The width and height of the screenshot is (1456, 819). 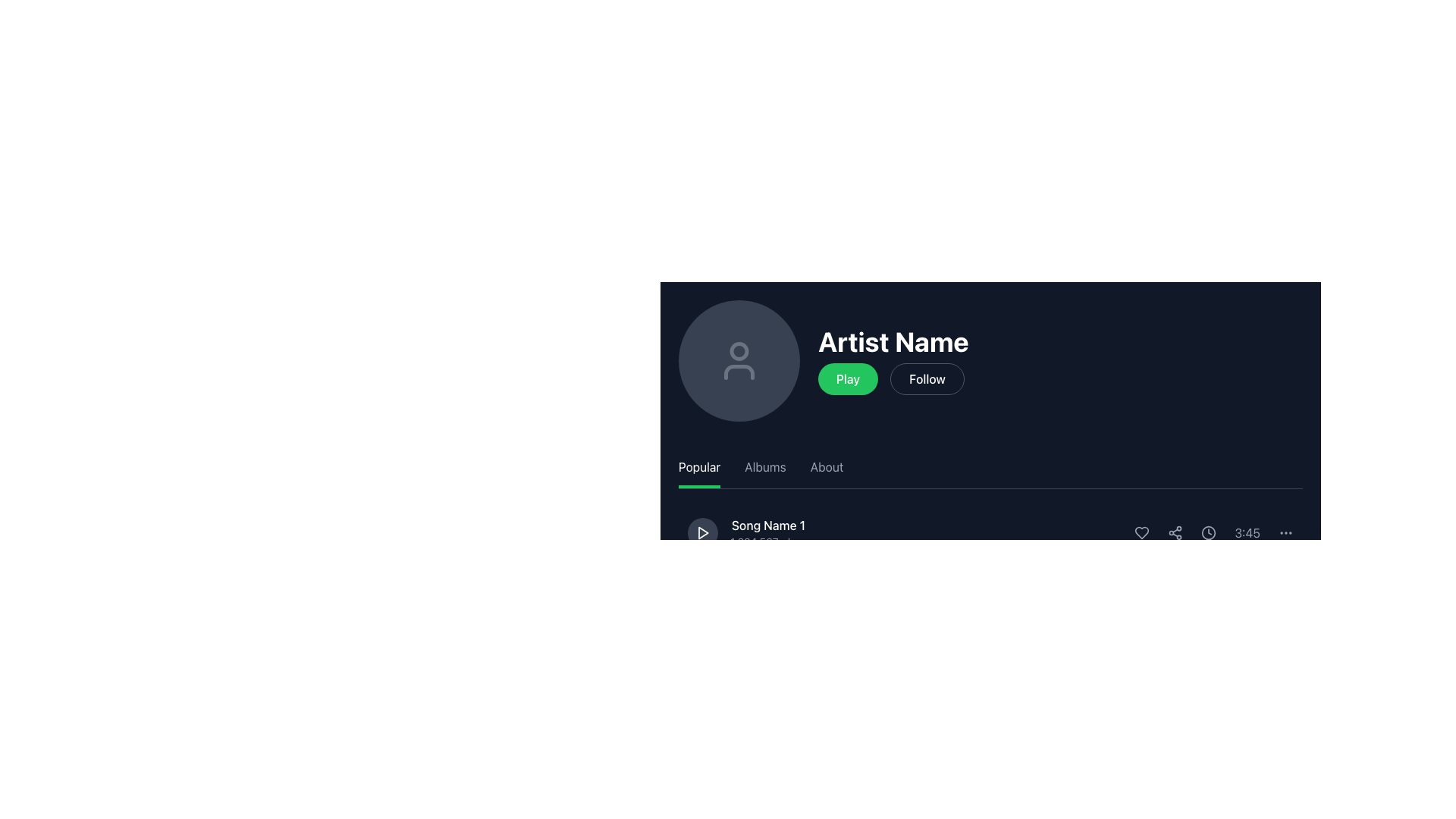 I want to click on the curved line resembling the base or torso section of a simplistic human figure icon, which is positioned at the lower segment of the SVG within the profile icon, so click(x=739, y=372).